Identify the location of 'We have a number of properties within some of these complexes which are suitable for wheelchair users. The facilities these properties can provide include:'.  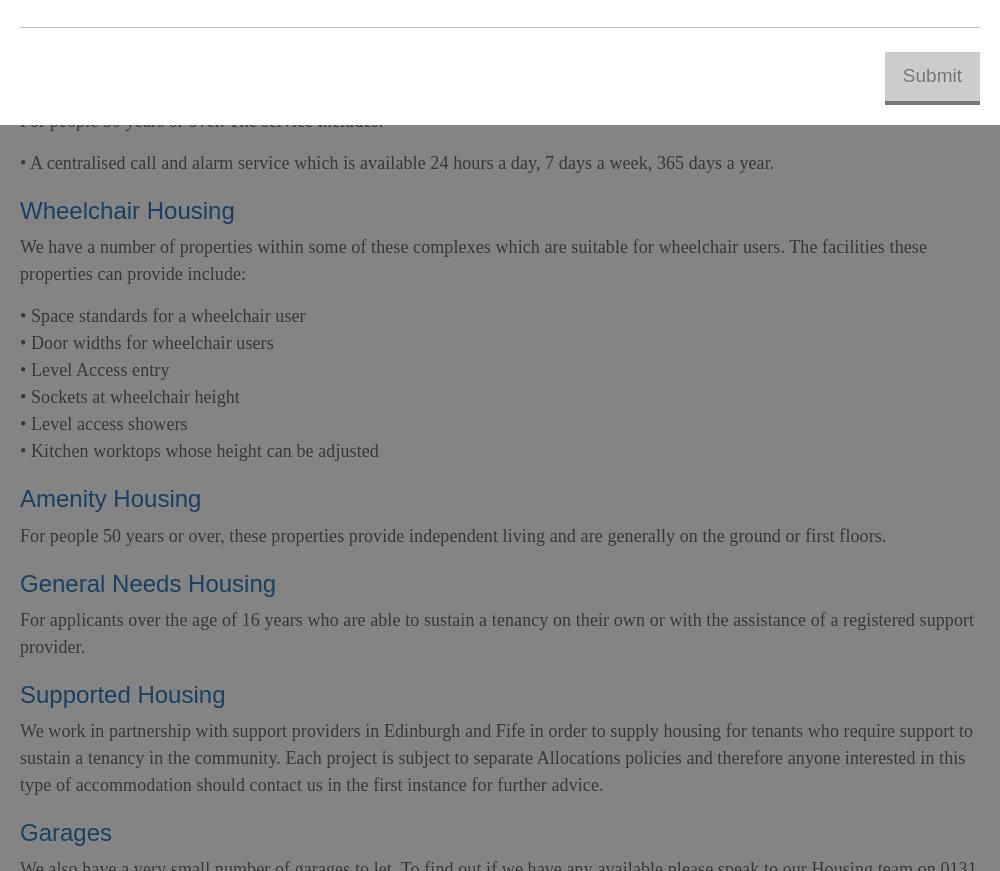
(472, 260).